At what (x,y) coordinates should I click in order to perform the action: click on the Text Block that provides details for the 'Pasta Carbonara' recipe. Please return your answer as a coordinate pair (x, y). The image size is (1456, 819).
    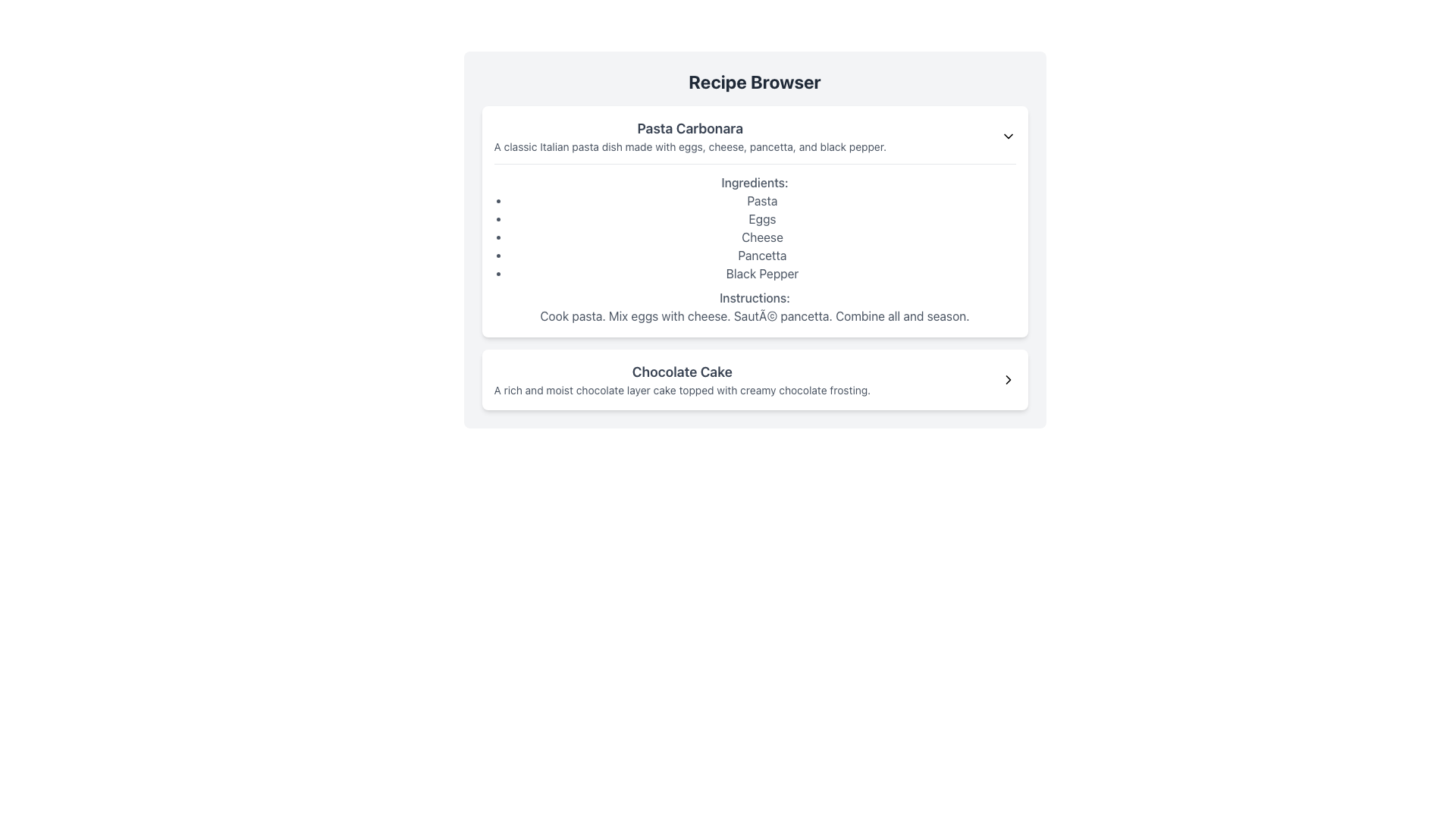
    Looking at the image, I should click on (755, 243).